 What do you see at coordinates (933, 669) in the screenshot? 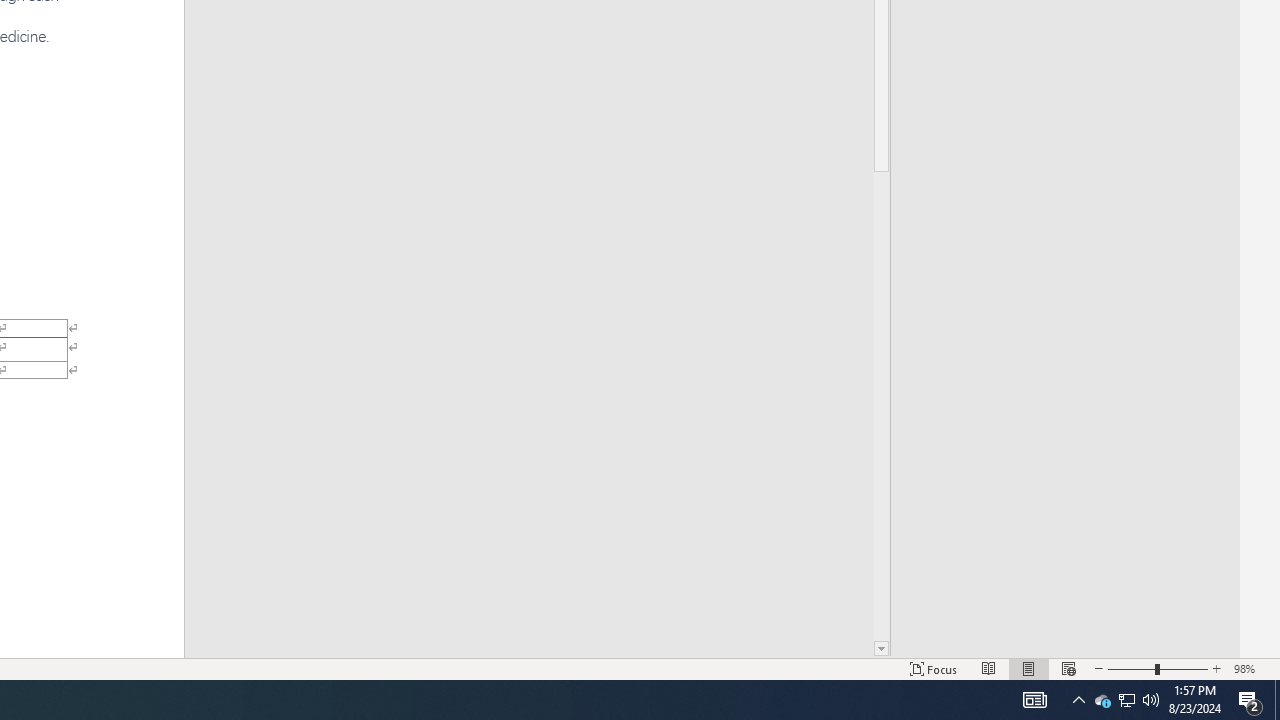
I see `'Focus '` at bounding box center [933, 669].